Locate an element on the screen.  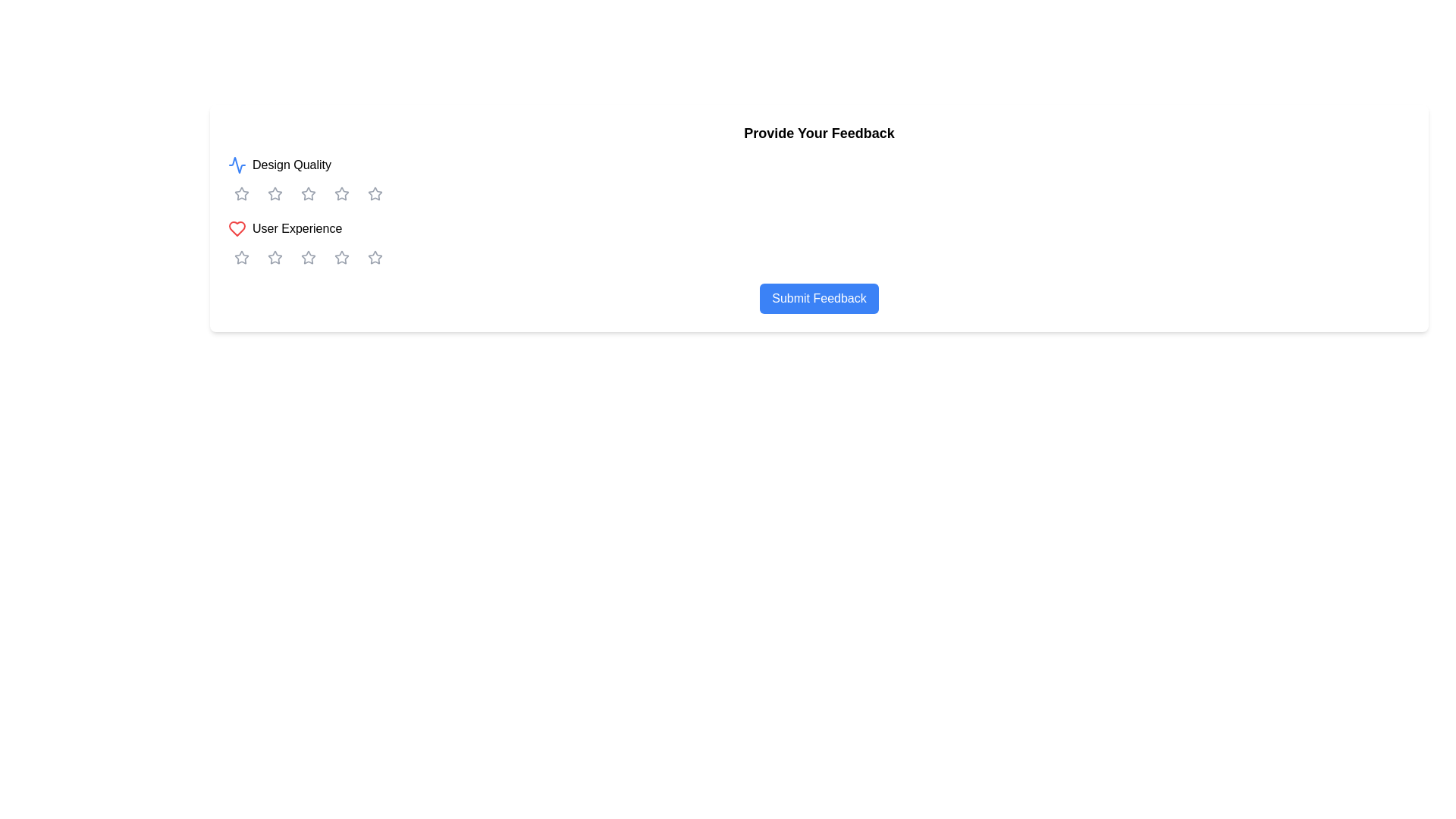
the fifth star-shaped icon in the rating system under the 'Design Quality' label is located at coordinates (375, 193).